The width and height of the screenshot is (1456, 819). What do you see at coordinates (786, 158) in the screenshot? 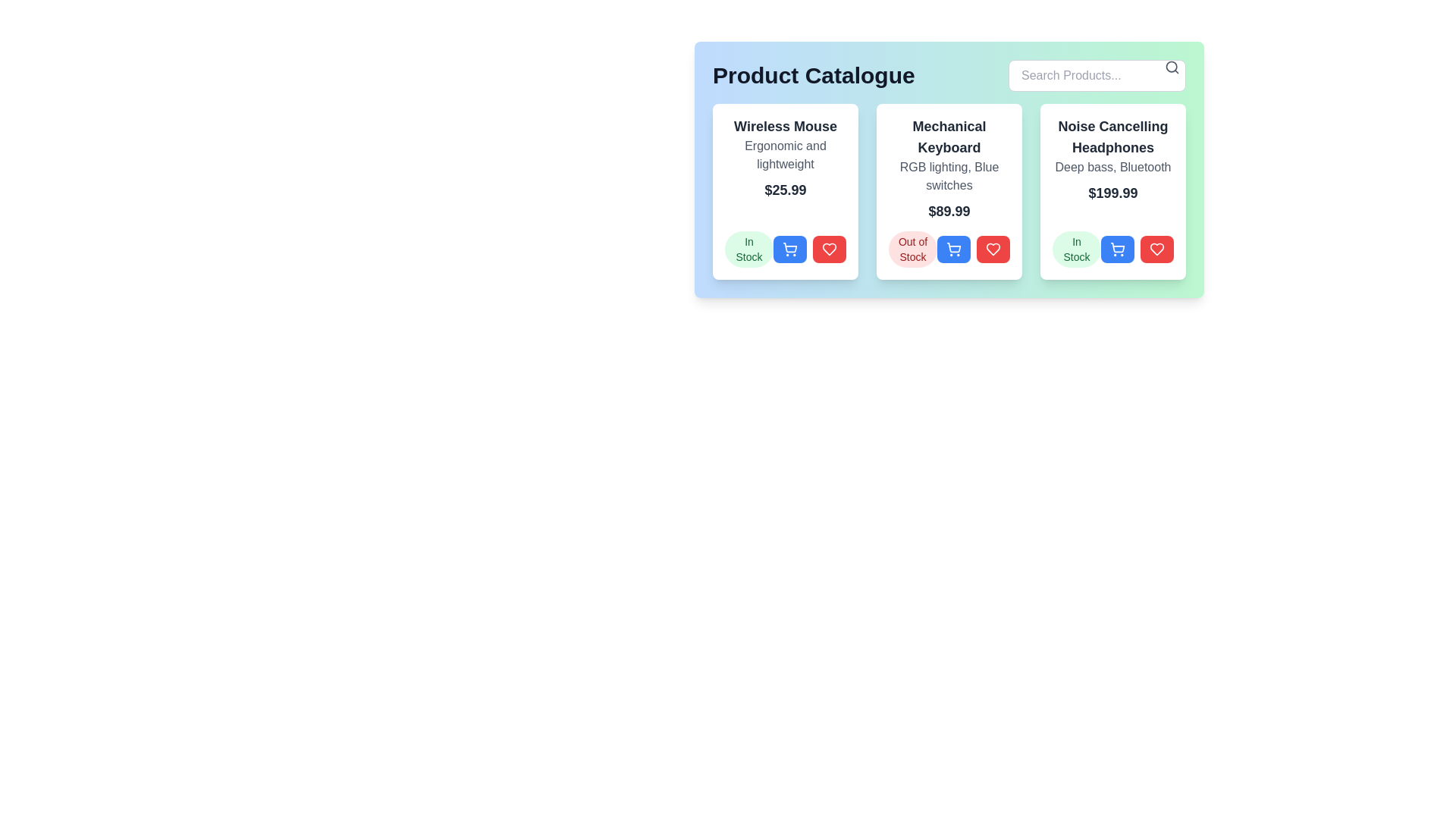
I see `the information display block containing the product details for 'Wireless Mouse', which includes the title, description, and price, located in the first card of the grid under 'Product Catalogue'` at bounding box center [786, 158].